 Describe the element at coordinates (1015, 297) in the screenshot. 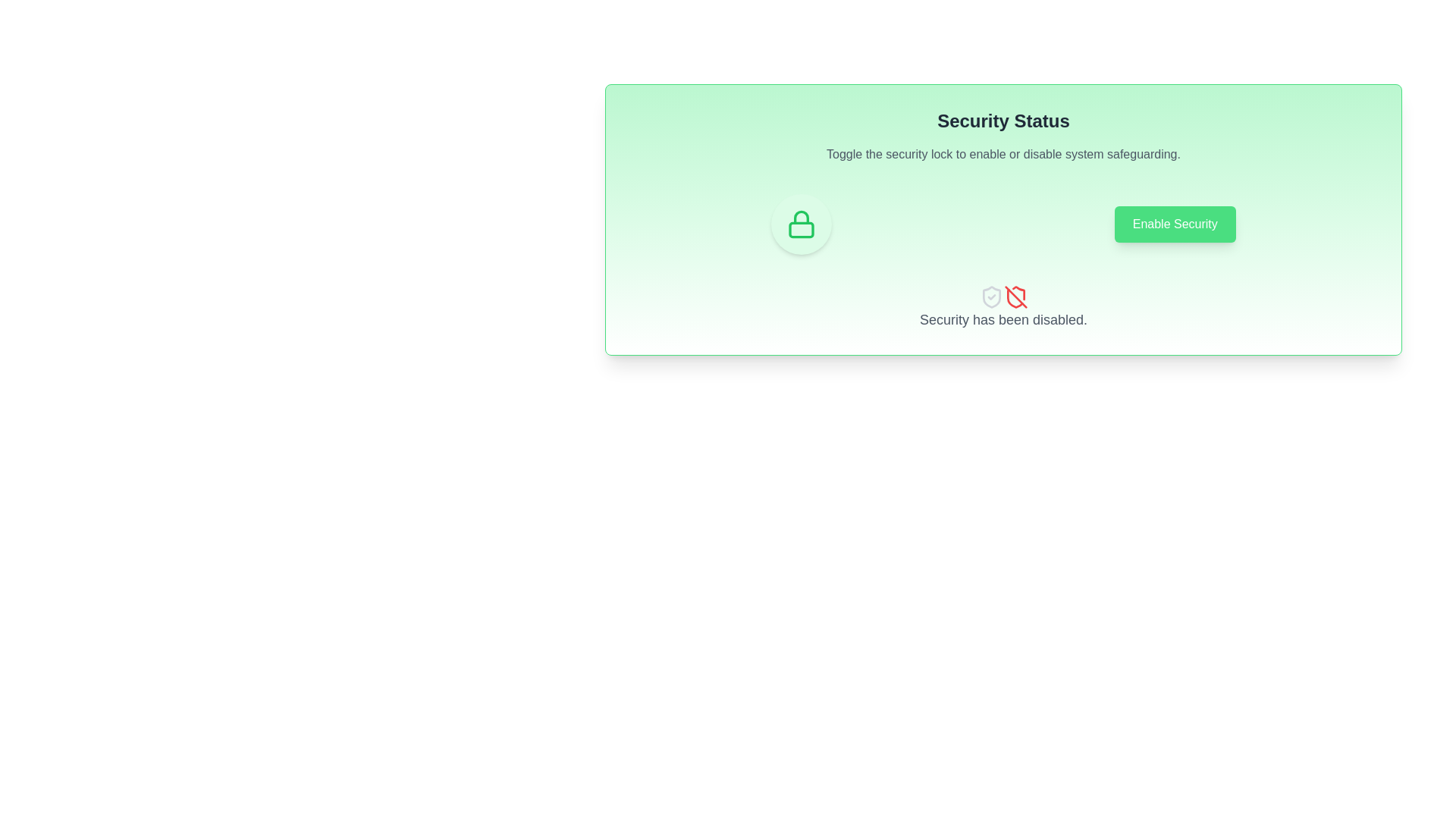

I see `the security status icon that visually represents the condition of security being disabled, located to the right of the gray shield icon with a checkmark, above the descriptive text` at that location.